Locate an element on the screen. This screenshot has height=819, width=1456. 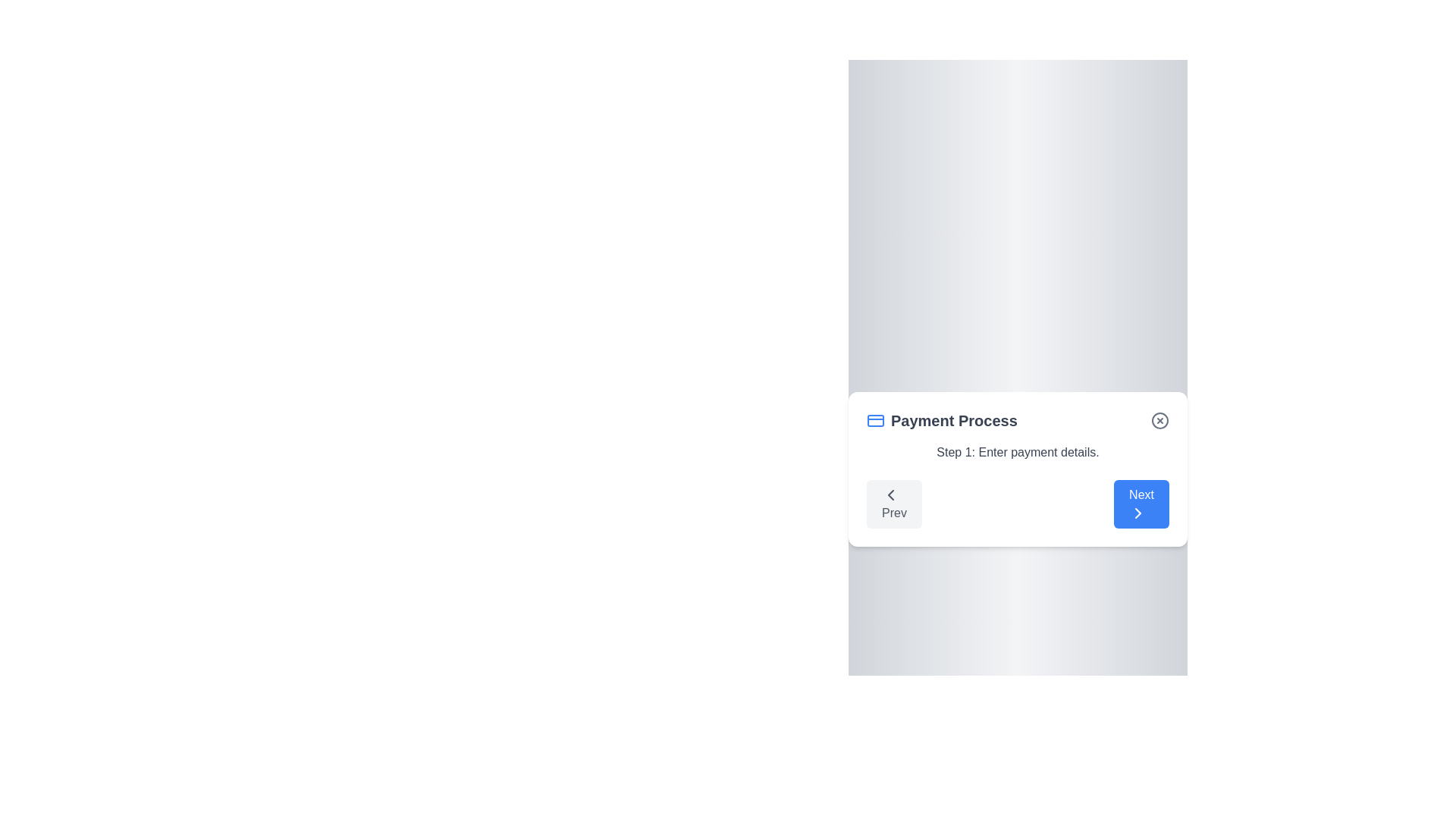
left-pointing chevron icon inside the 'Prev' button, which is located on the left-hand side of the modal footer containing navigation buttons is located at coordinates (891, 494).